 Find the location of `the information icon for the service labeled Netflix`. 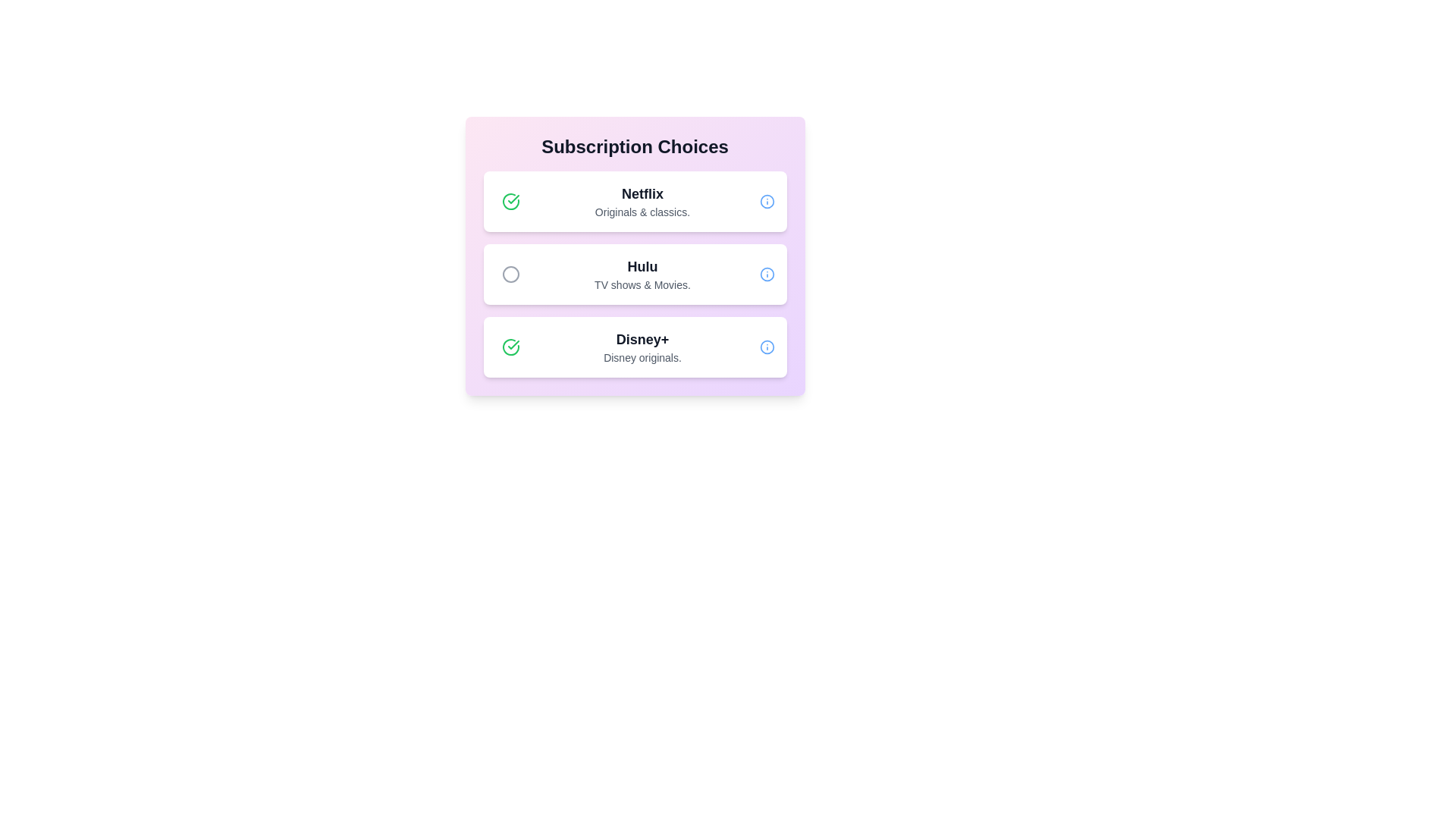

the information icon for the service labeled Netflix is located at coordinates (767, 201).